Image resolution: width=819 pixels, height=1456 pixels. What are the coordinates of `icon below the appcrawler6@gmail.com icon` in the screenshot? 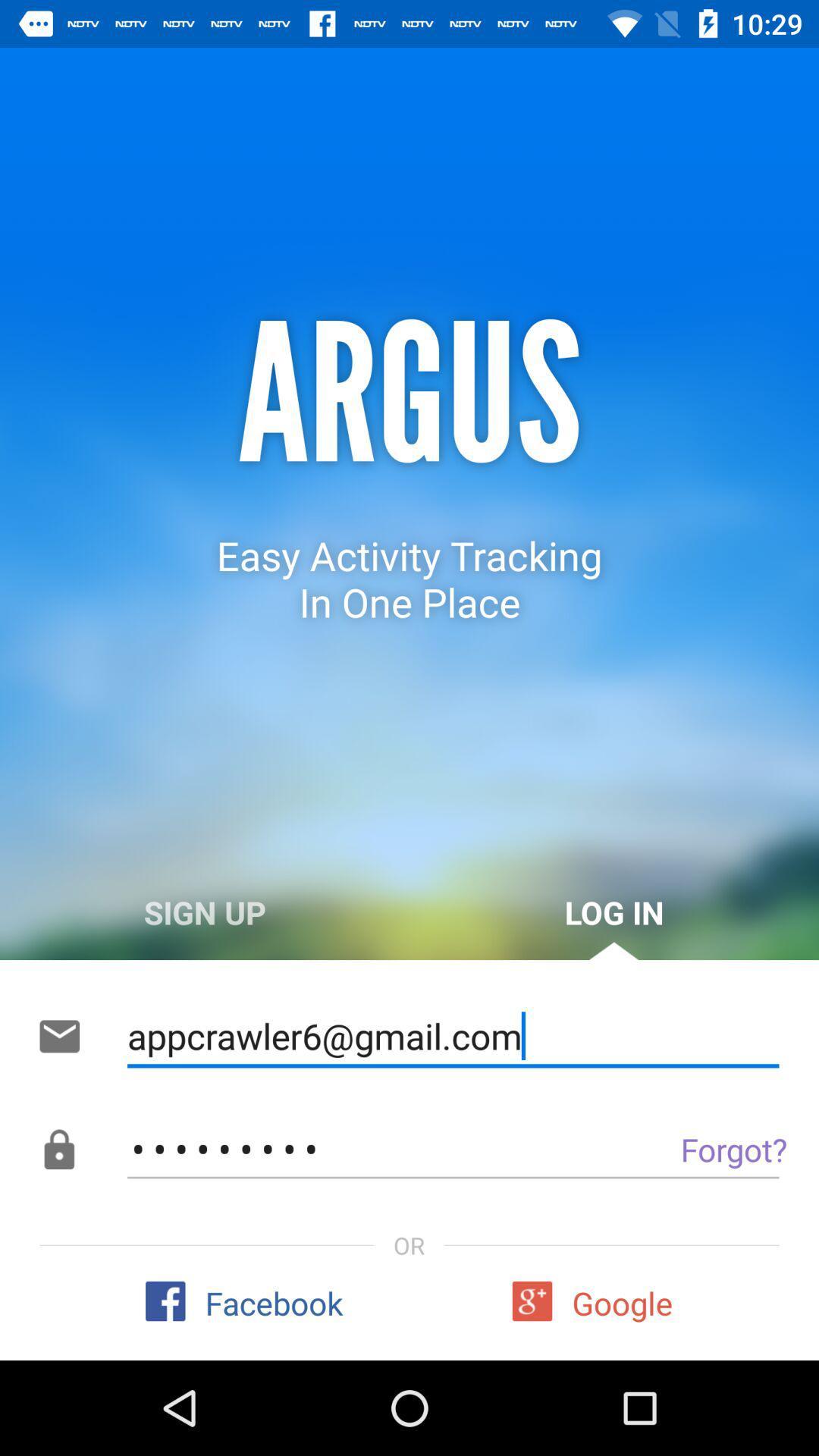 It's located at (699, 1149).